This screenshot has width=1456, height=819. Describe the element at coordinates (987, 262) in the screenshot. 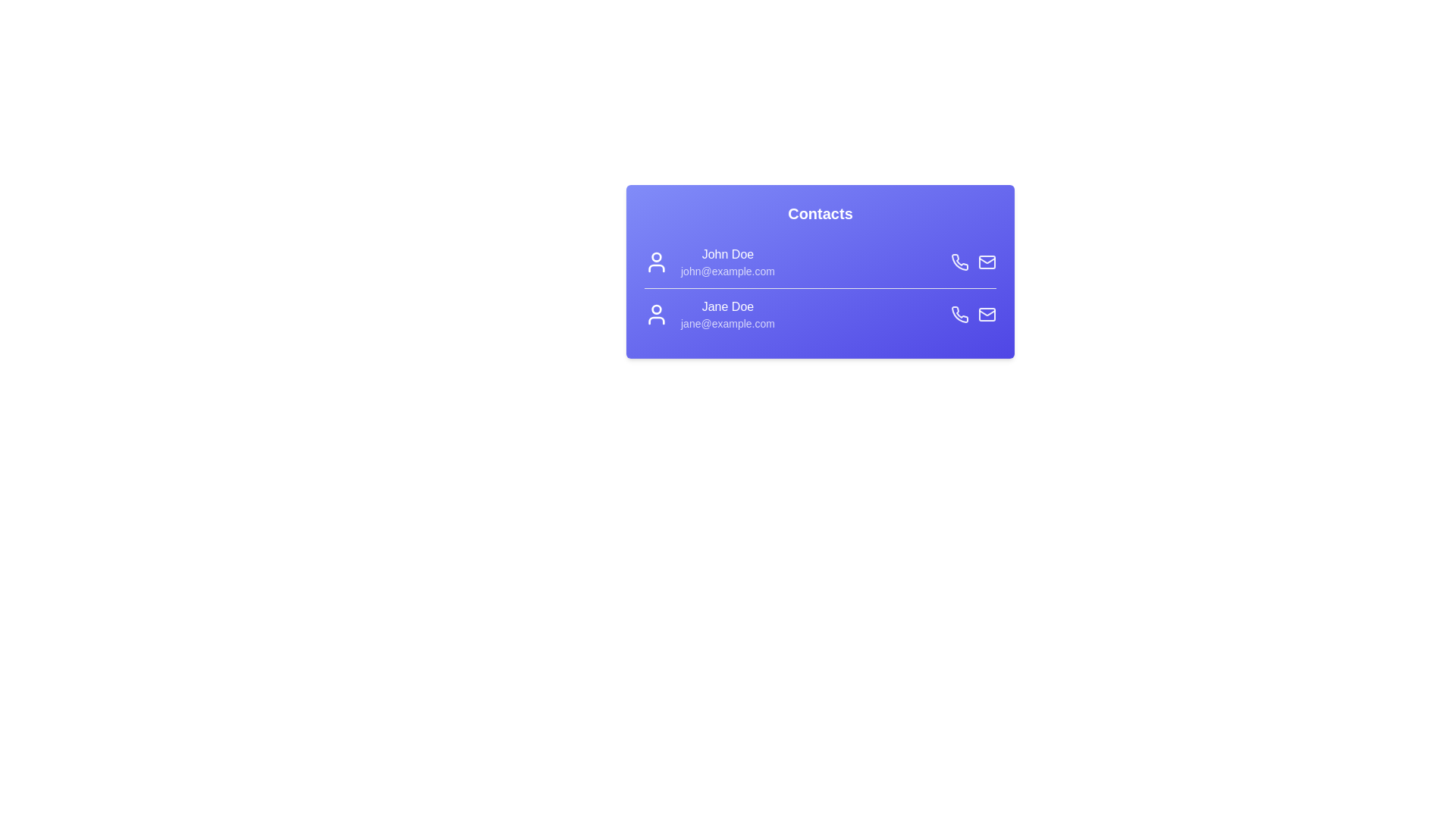

I see `the mail icon for John Doe to email them` at that location.